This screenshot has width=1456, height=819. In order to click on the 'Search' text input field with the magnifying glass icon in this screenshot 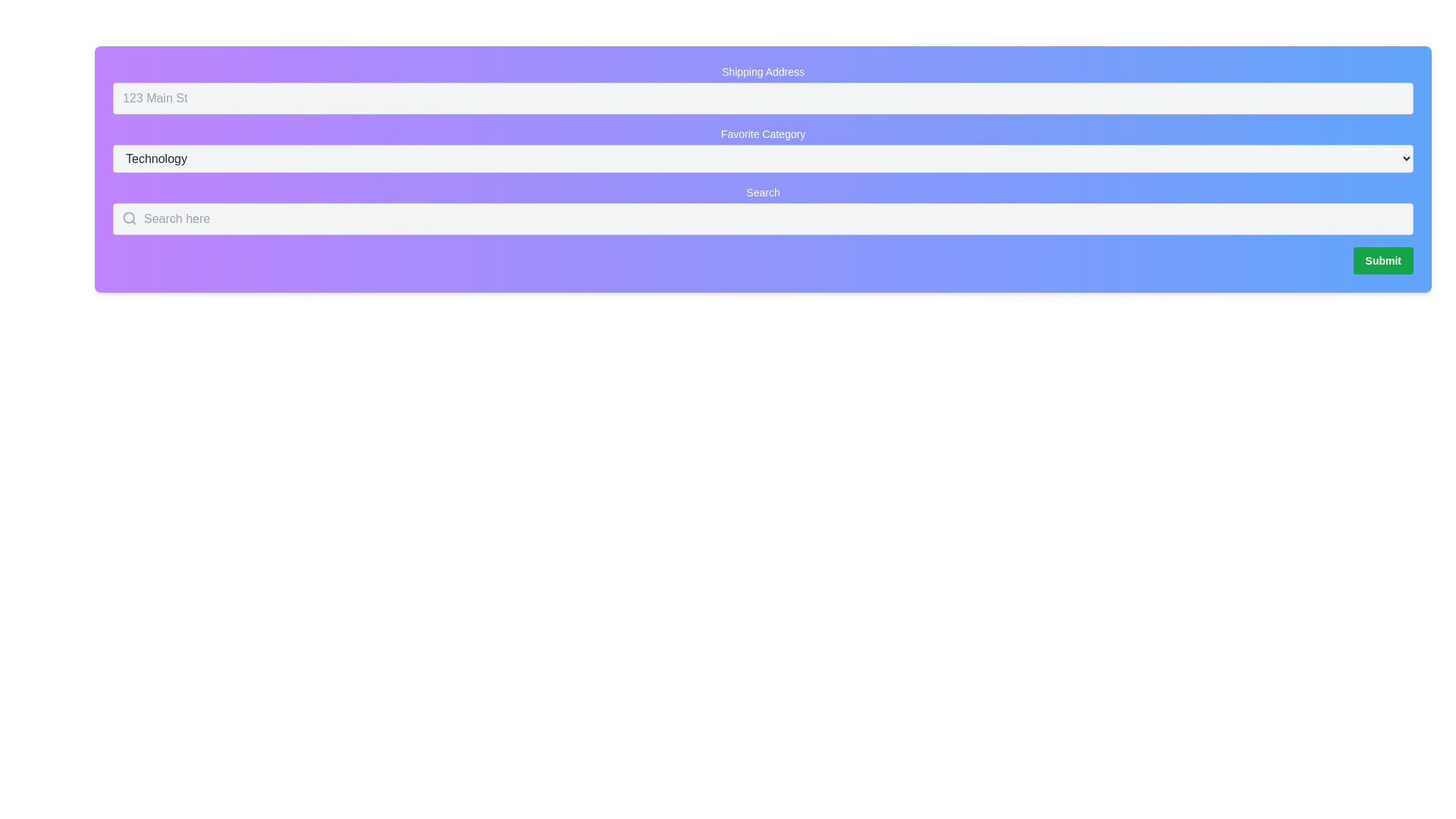, I will do `click(763, 210)`.